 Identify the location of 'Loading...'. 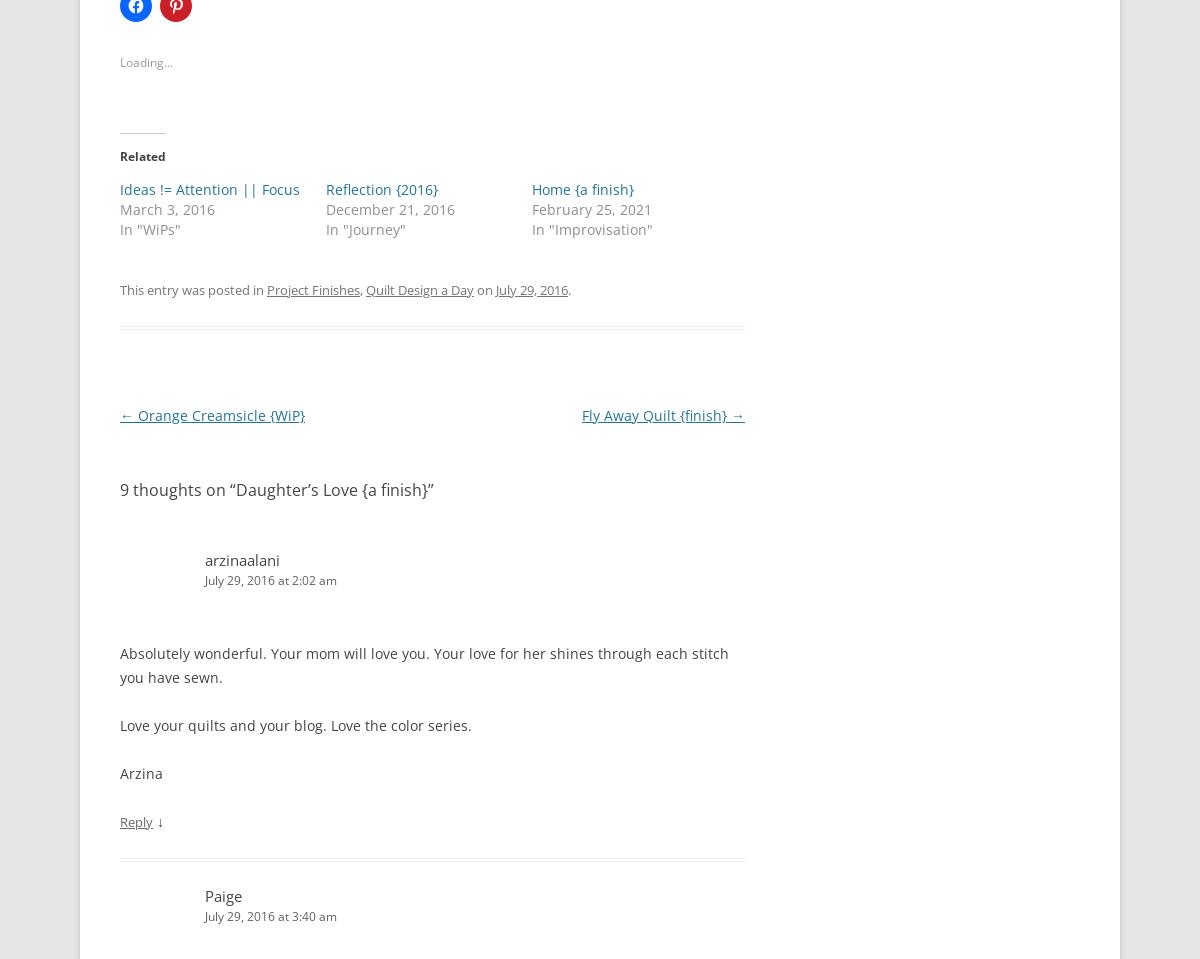
(146, 60).